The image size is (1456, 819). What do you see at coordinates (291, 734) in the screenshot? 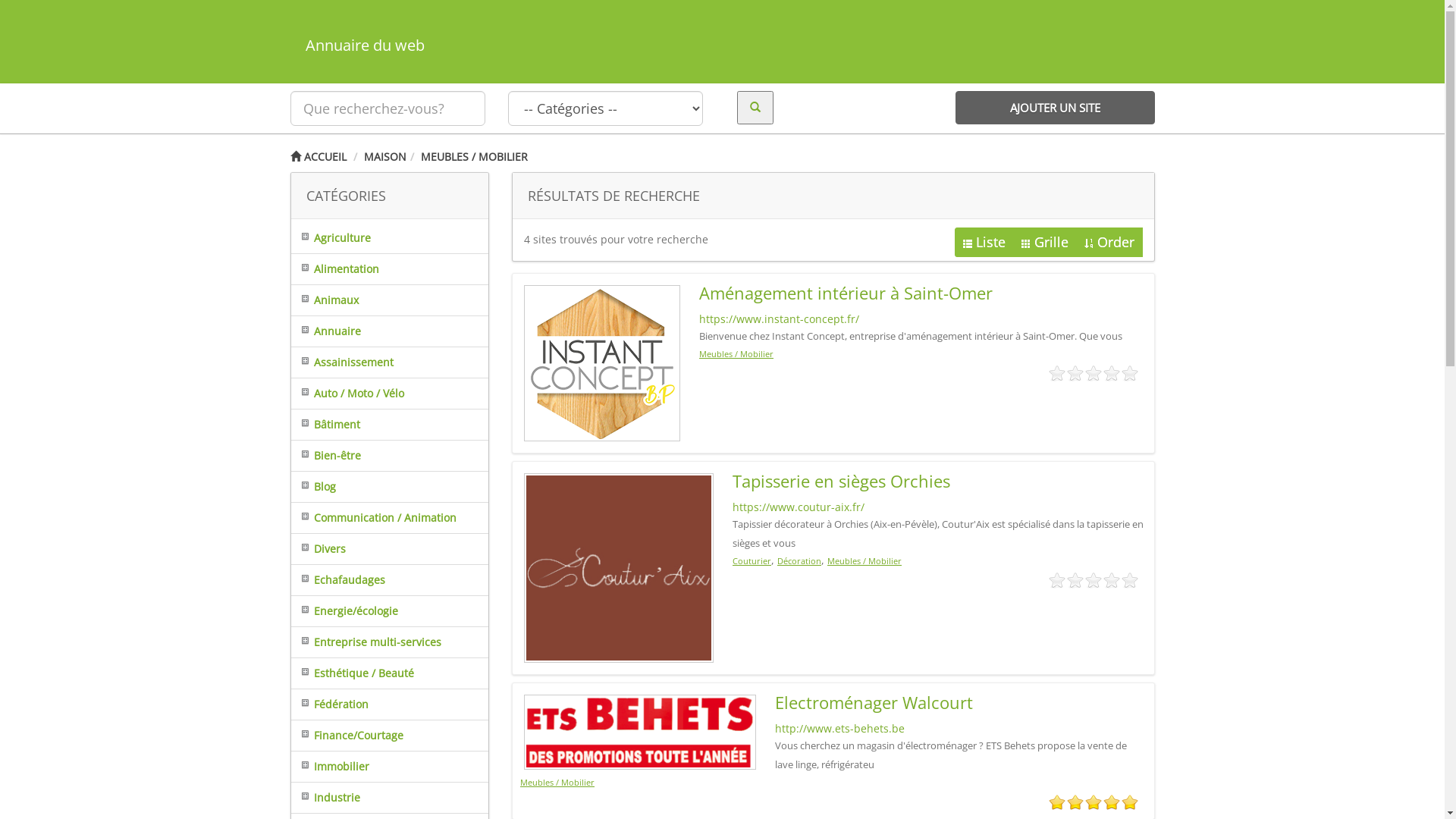
I see `'Finance/Courtage'` at bounding box center [291, 734].